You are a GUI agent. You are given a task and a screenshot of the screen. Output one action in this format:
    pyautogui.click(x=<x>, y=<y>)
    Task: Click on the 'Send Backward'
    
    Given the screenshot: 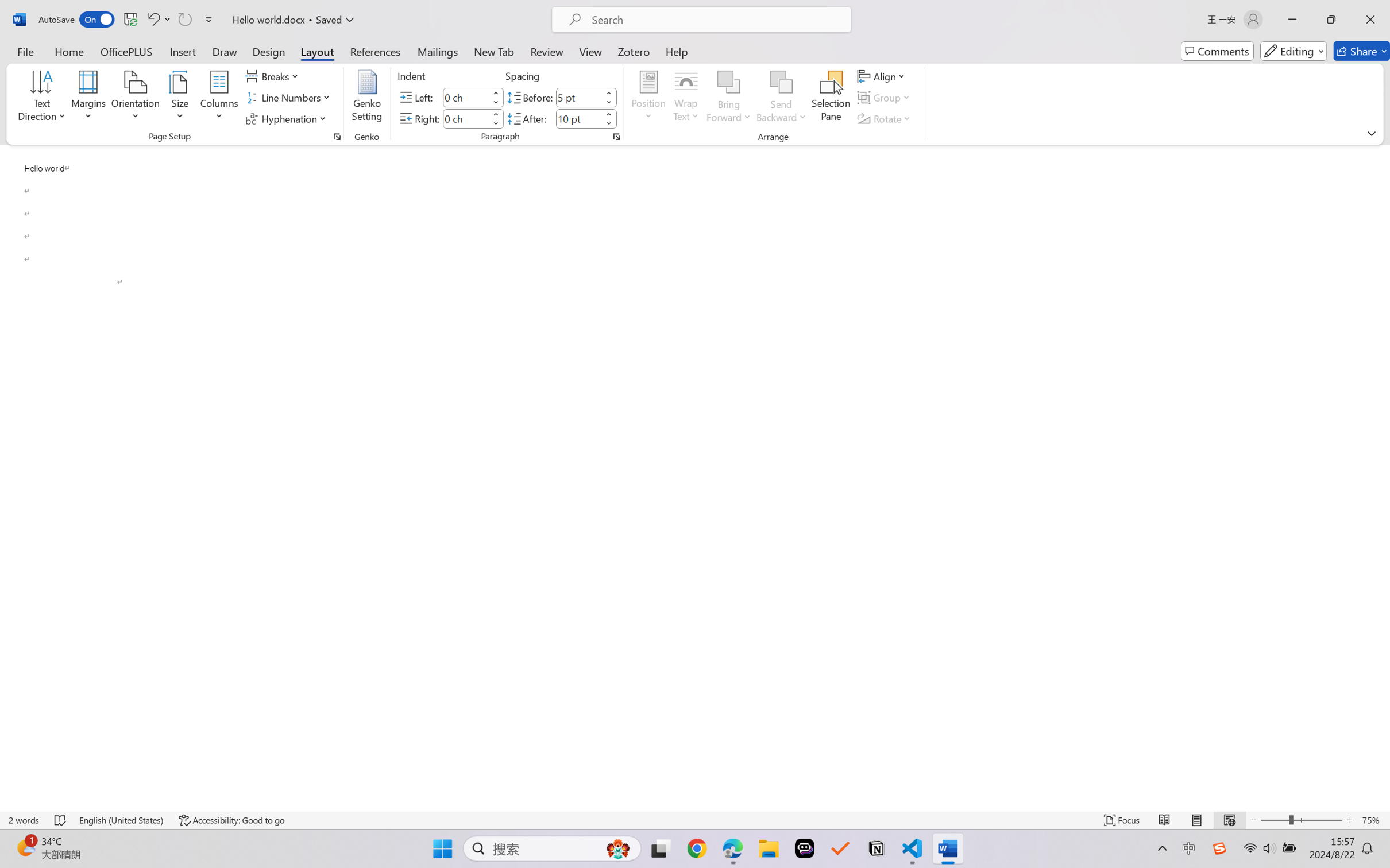 What is the action you would take?
    pyautogui.click(x=781, y=82)
    